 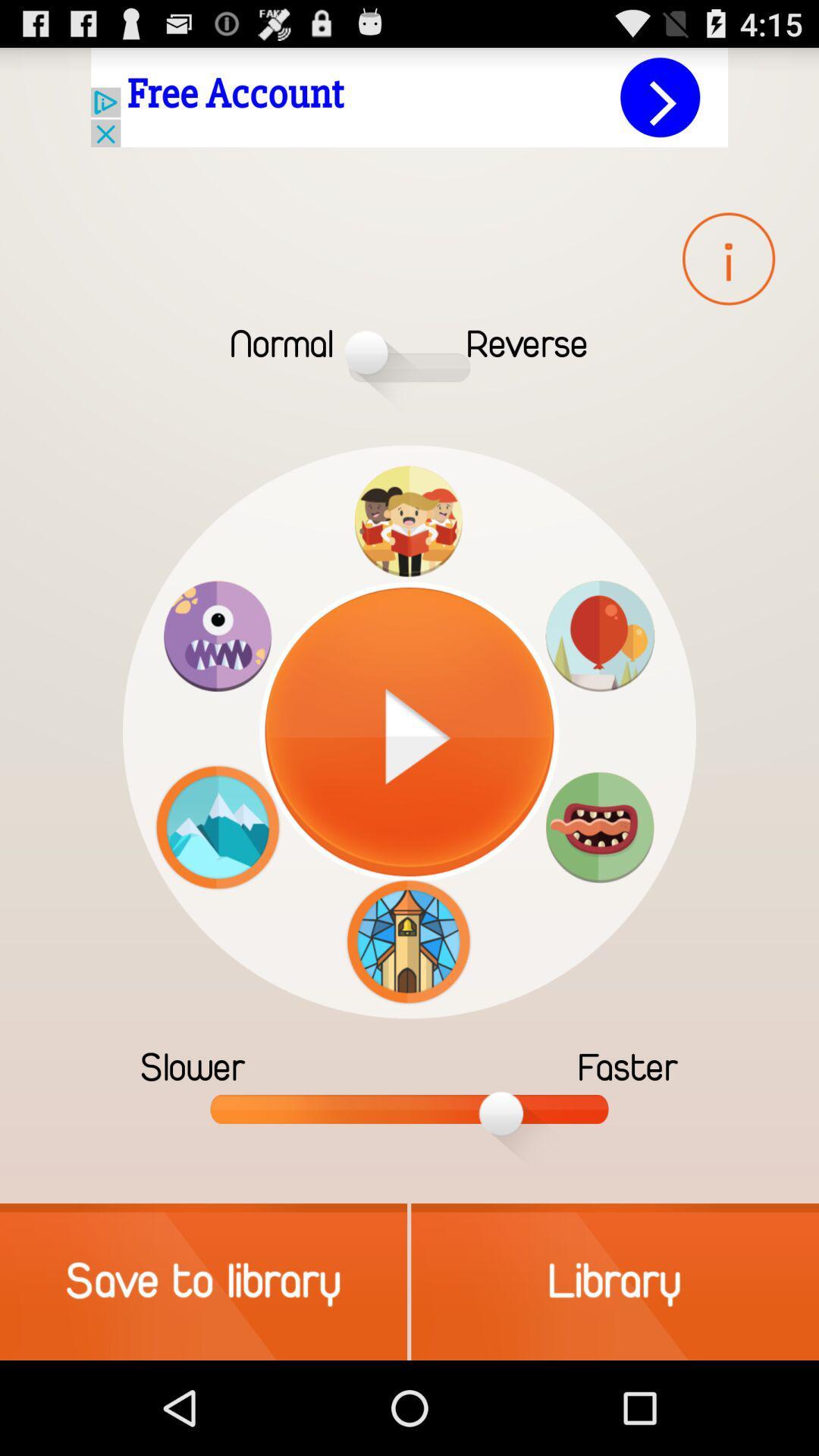 I want to click on play button, so click(x=409, y=732).